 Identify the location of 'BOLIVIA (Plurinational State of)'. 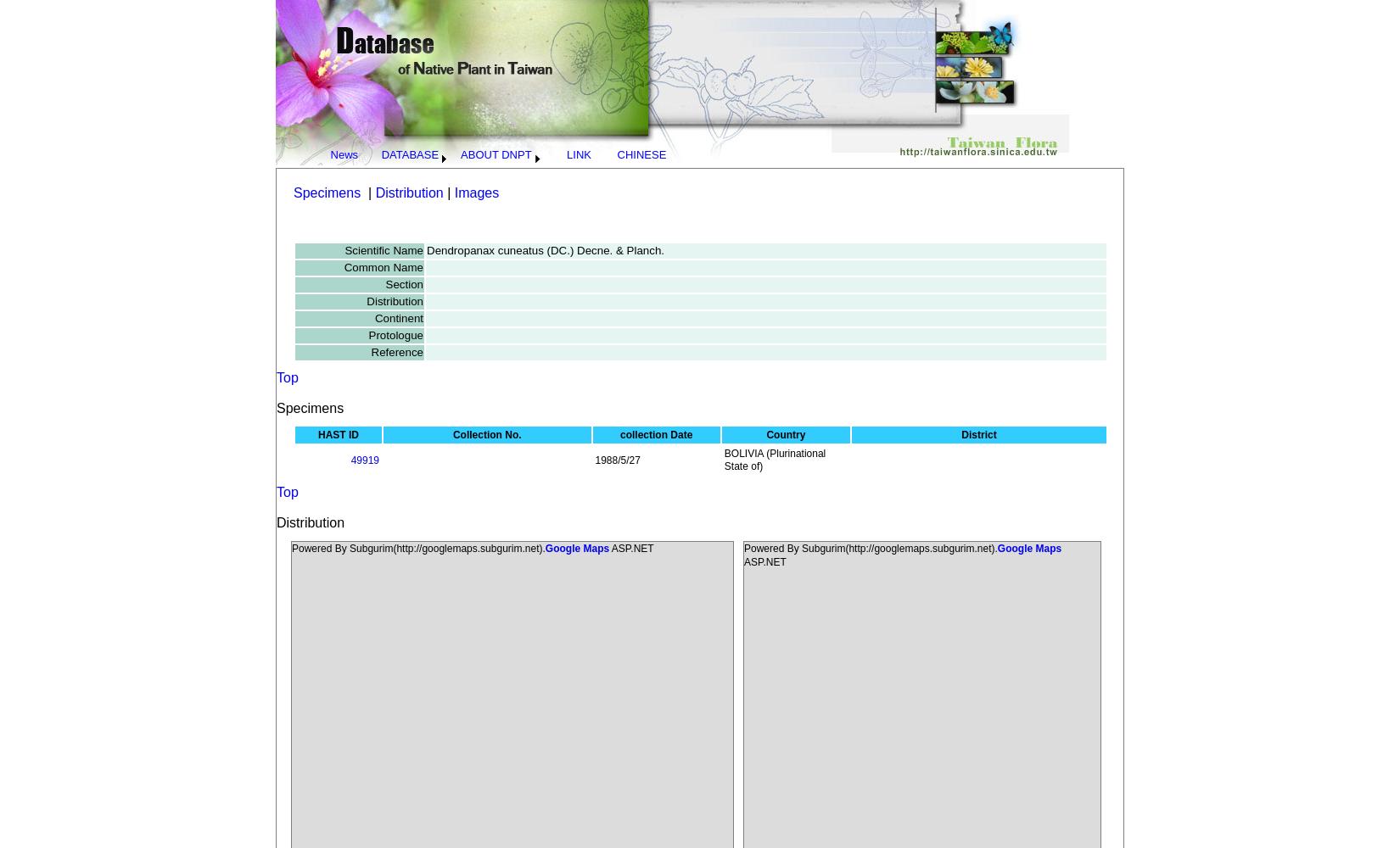
(774, 460).